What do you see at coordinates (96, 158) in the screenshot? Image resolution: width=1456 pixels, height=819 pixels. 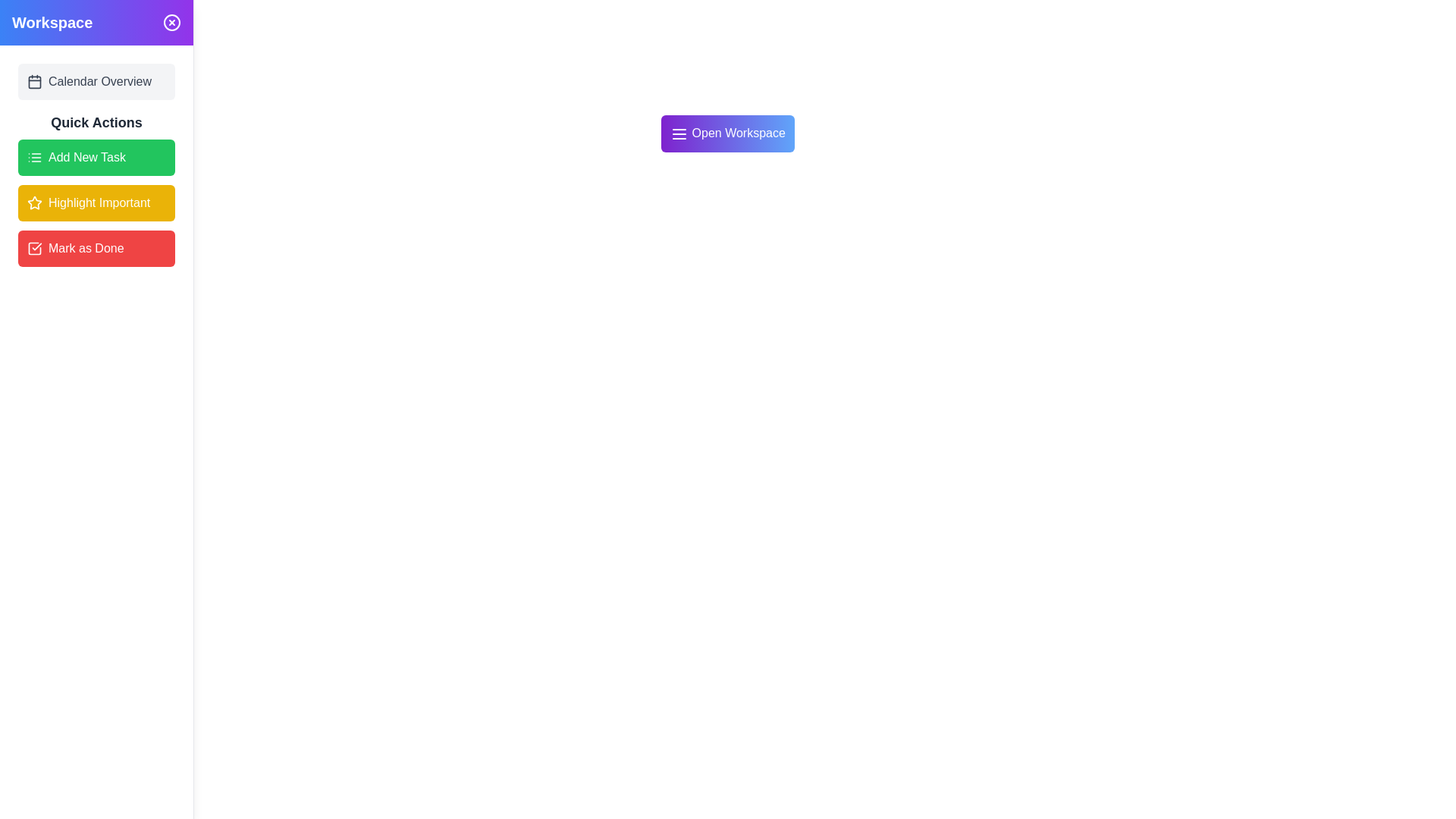 I see `the green rectangular button labeled 'Add New Task' located in the 'Quick Actions' section` at bounding box center [96, 158].